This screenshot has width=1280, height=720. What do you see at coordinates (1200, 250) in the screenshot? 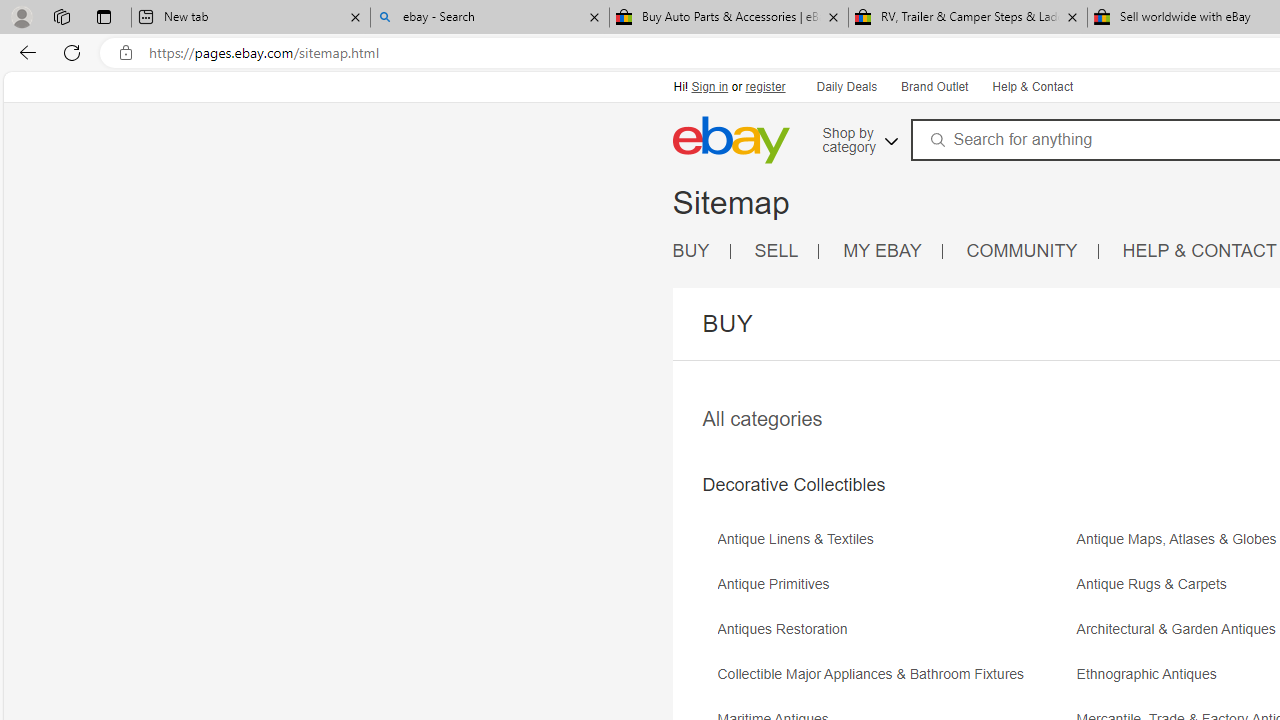
I see `'HELP & CONTACT'` at bounding box center [1200, 250].